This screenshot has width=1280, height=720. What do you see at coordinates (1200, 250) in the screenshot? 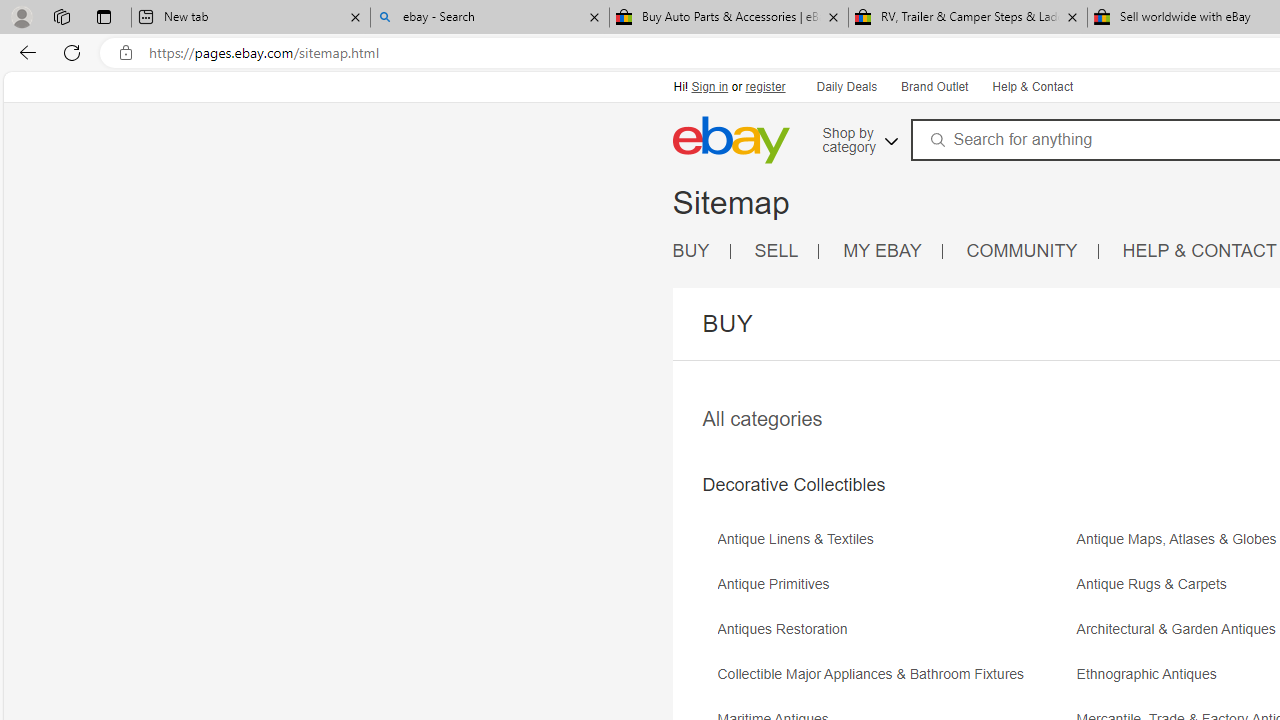
I see `'HELP & CONTACT'` at bounding box center [1200, 250].